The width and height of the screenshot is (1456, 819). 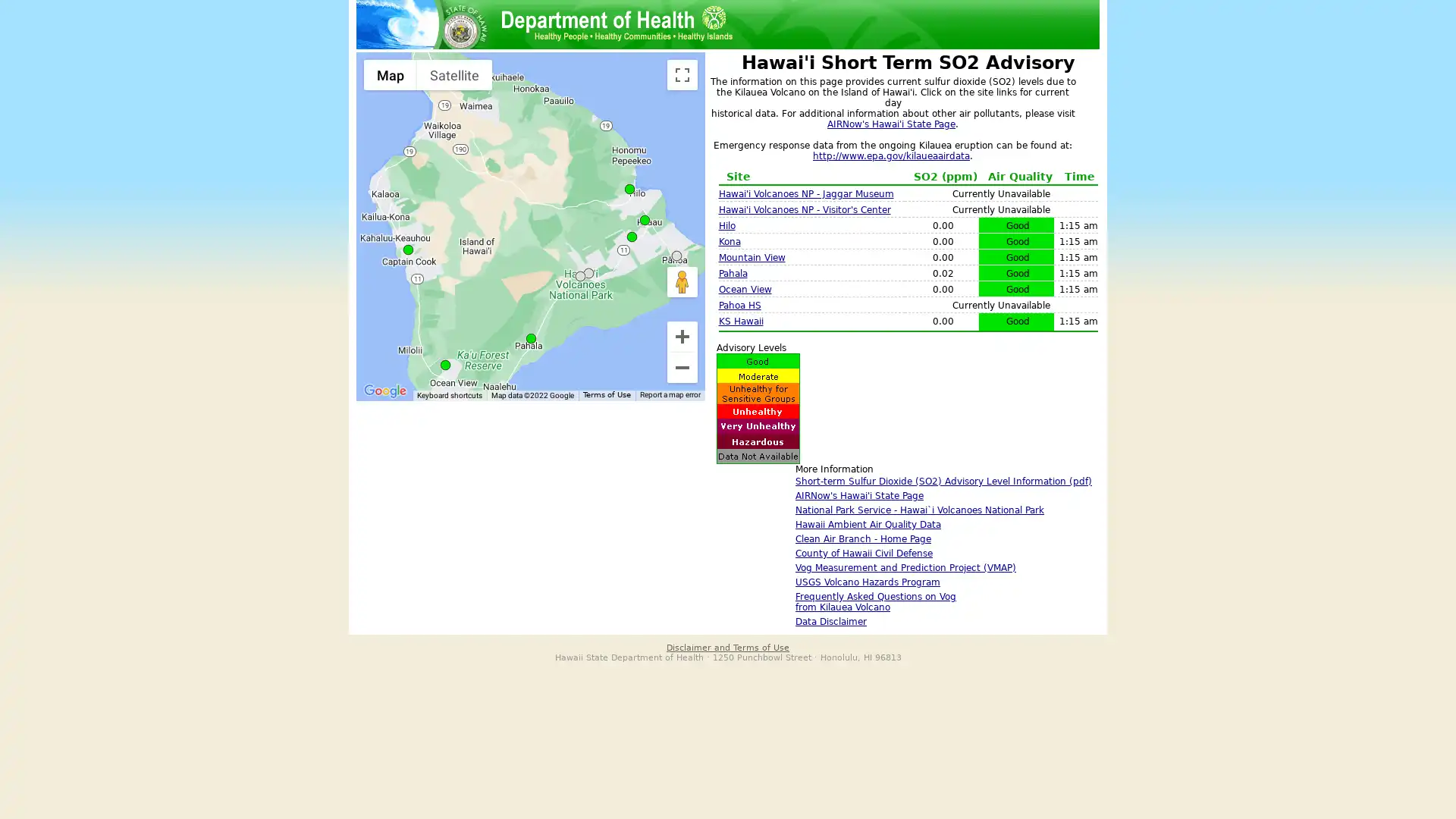 What do you see at coordinates (632, 237) in the screenshot?
I see `Mountain View: SO2 0.00 ppm (Good) on 06/28 at 01:15 am` at bounding box center [632, 237].